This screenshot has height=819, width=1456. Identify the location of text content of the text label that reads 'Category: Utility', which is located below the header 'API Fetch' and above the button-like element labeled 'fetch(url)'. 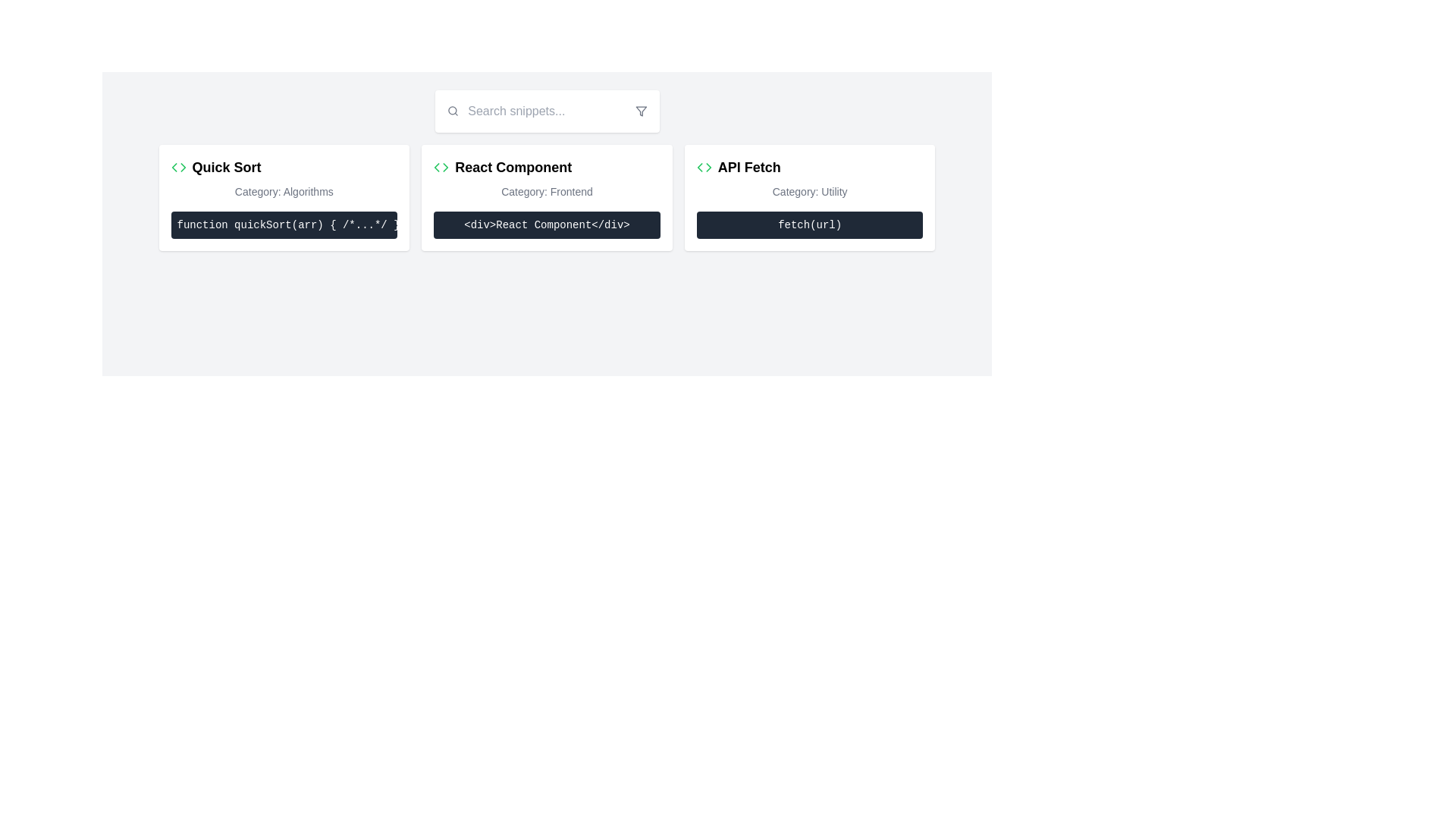
(809, 191).